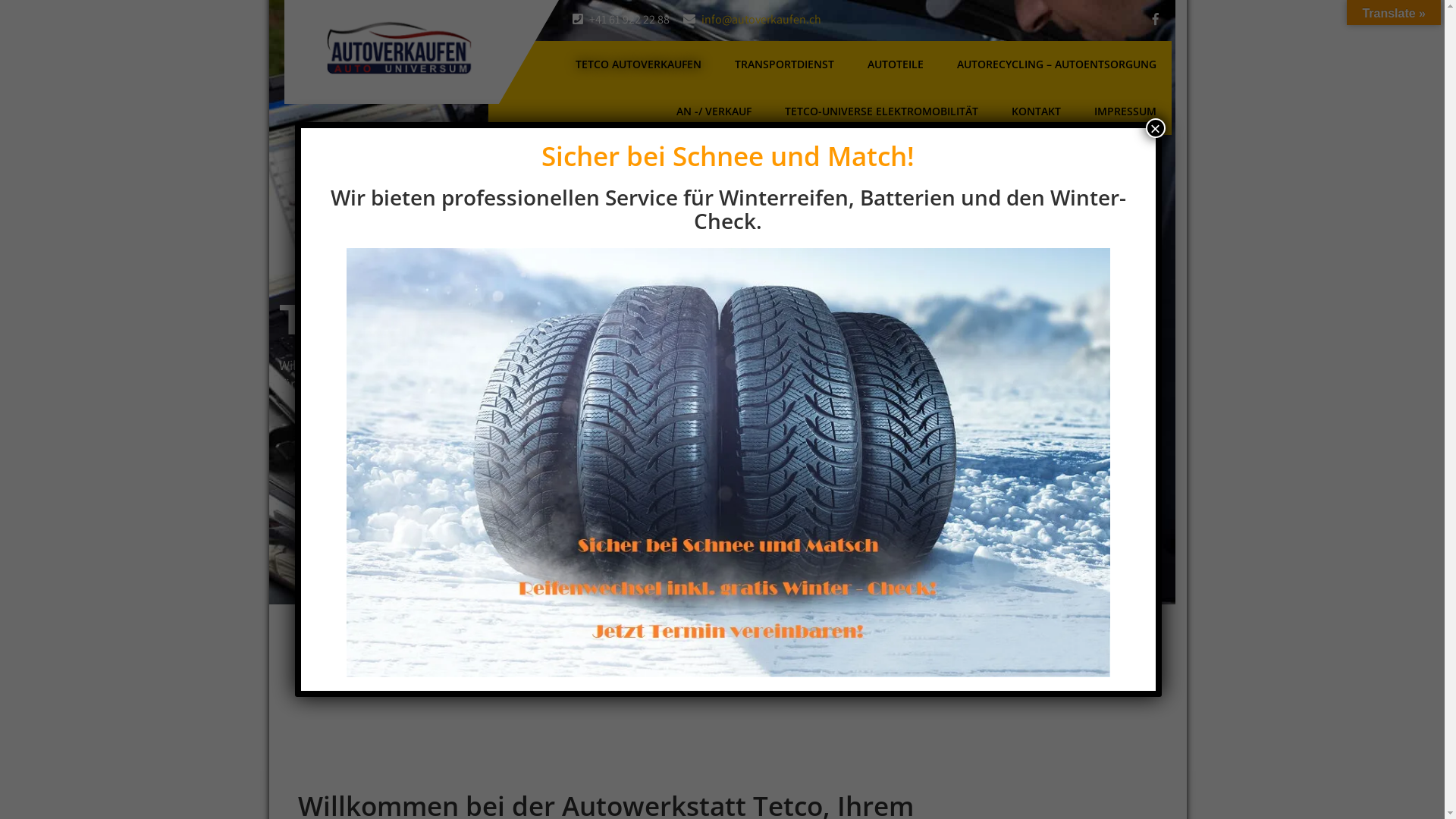 Image resolution: width=1456 pixels, height=819 pixels. Describe the element at coordinates (761, 19) in the screenshot. I see `'info@autoverkaufen.ch'` at that location.